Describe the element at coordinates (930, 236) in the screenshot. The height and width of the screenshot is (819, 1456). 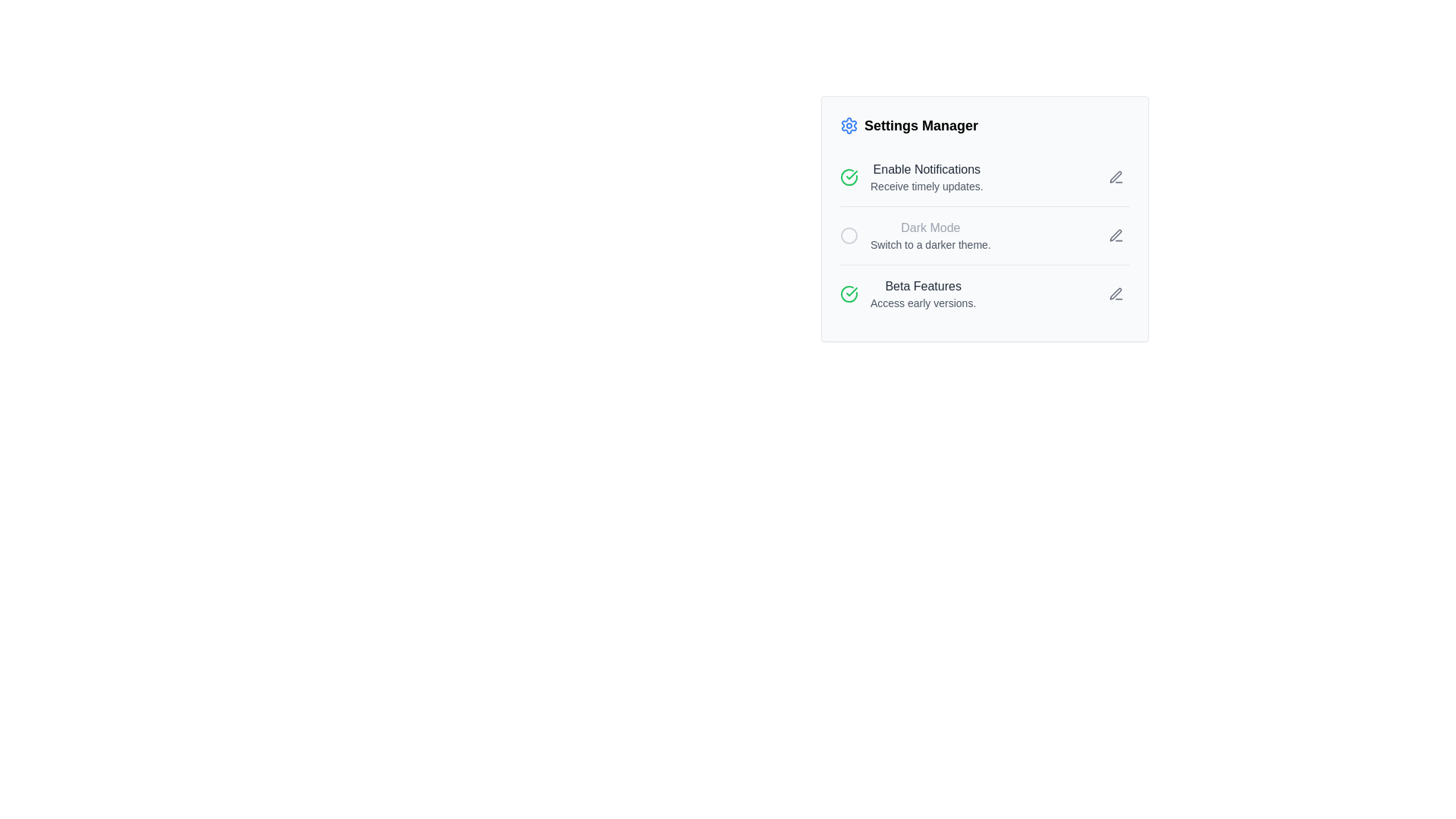
I see `descriptive text block labeled 'Dark Mode' which contains instructions to switch to a darker theme, positioned in the settings manager` at that location.